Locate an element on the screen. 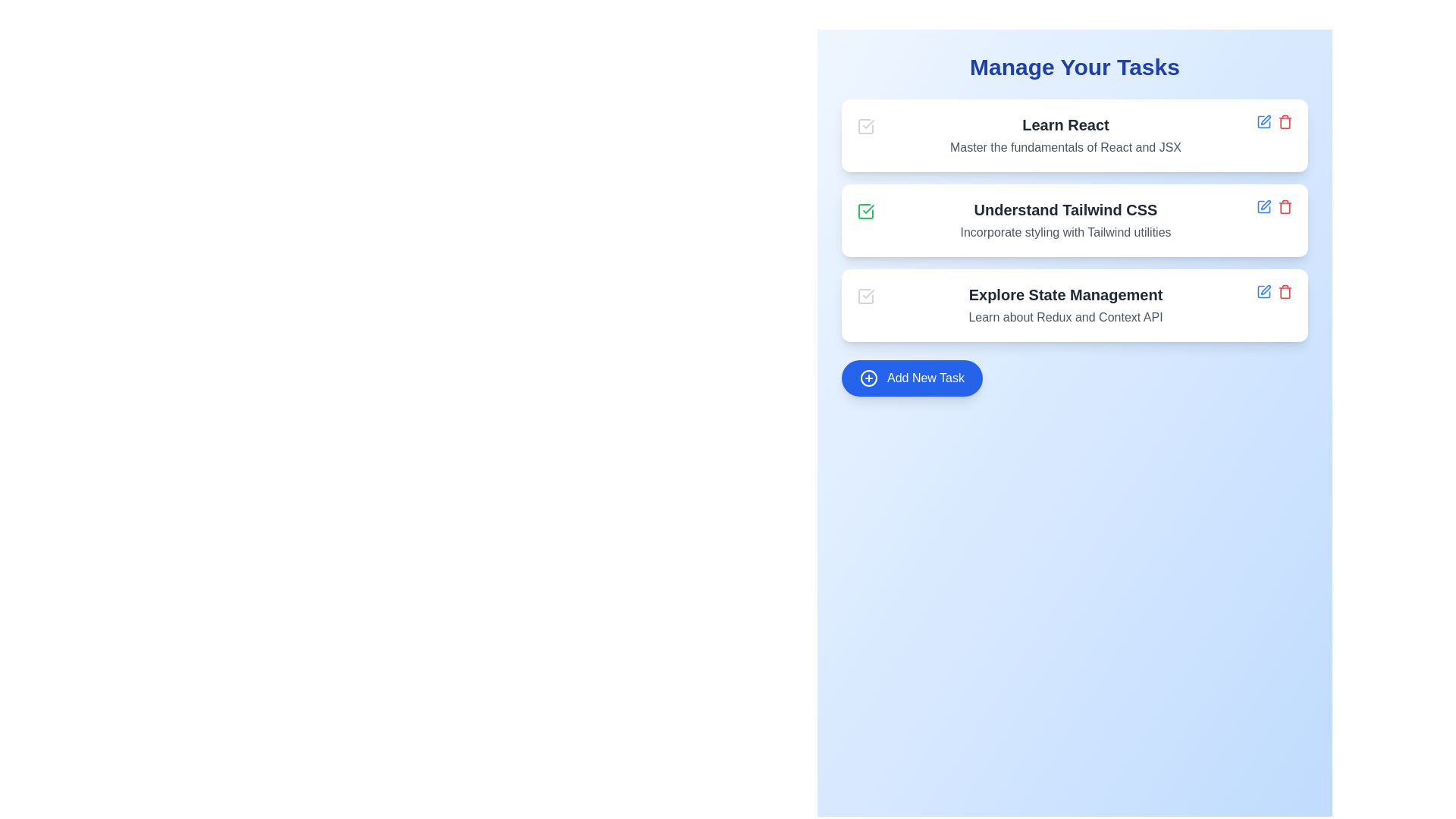 This screenshot has width=1456, height=819. the text display element titled 'Explore State Management' which includes the subtitle 'Learn about Redux and Context API' is located at coordinates (1065, 305).